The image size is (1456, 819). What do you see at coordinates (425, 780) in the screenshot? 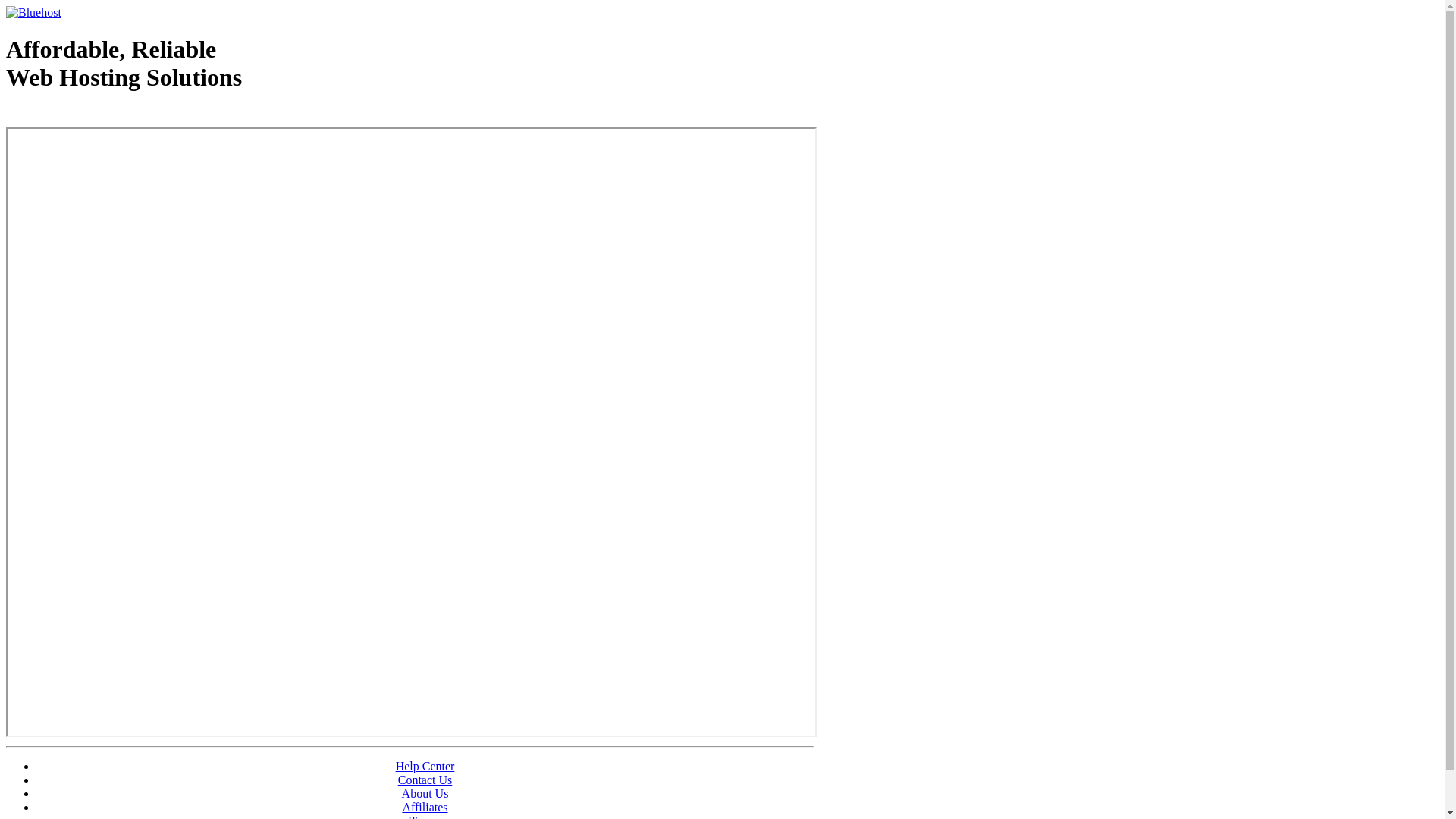
I see `'Contact Us'` at bounding box center [425, 780].